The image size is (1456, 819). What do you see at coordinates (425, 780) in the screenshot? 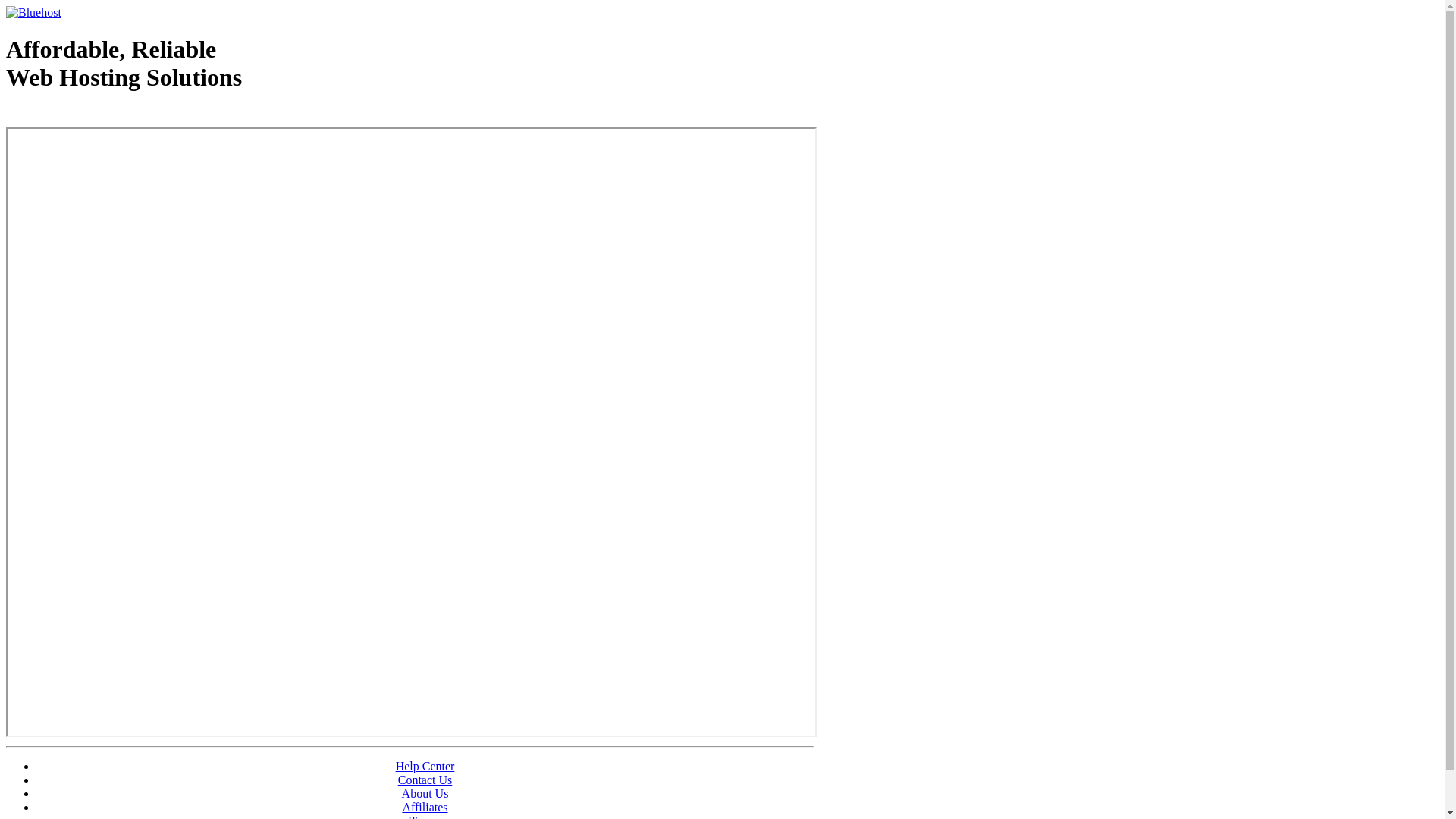
I see `'Contact Us'` at bounding box center [425, 780].